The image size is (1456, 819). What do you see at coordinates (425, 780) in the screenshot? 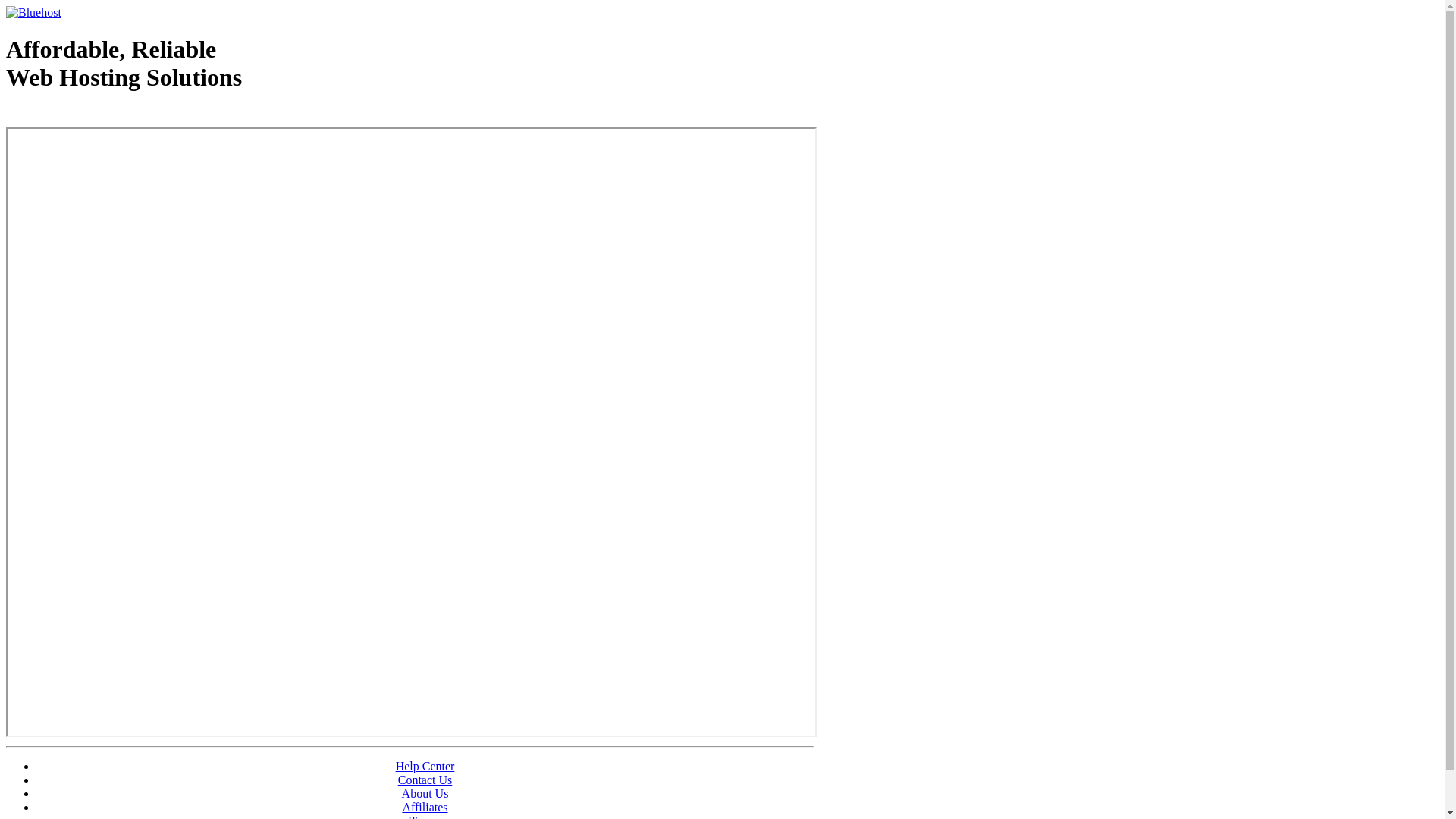
I see `'Contact Us'` at bounding box center [425, 780].